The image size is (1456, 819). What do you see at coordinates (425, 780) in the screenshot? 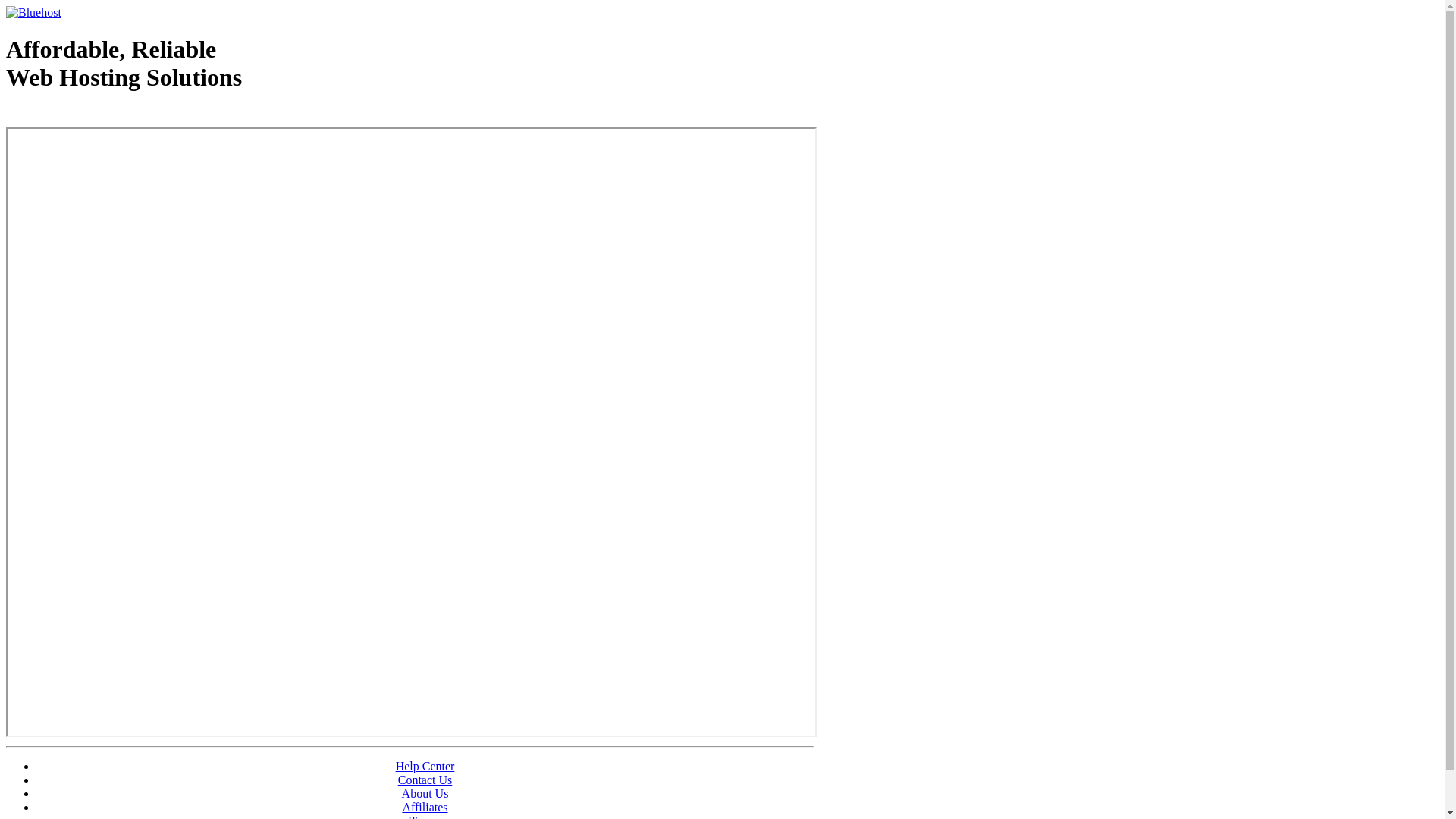
I see `'Contact Us'` at bounding box center [425, 780].